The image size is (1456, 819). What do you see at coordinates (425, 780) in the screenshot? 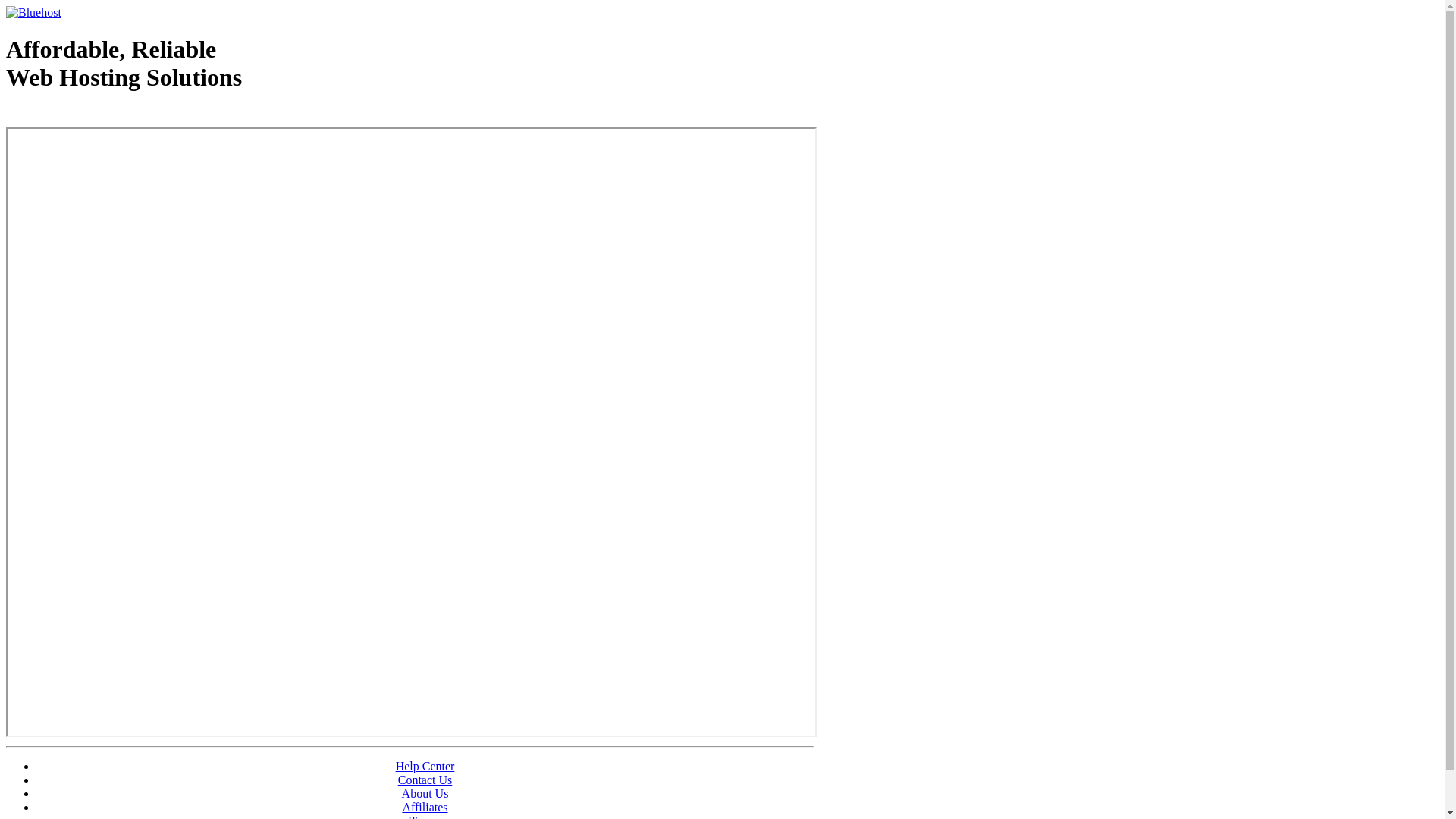
I see `'Contact Us'` at bounding box center [425, 780].